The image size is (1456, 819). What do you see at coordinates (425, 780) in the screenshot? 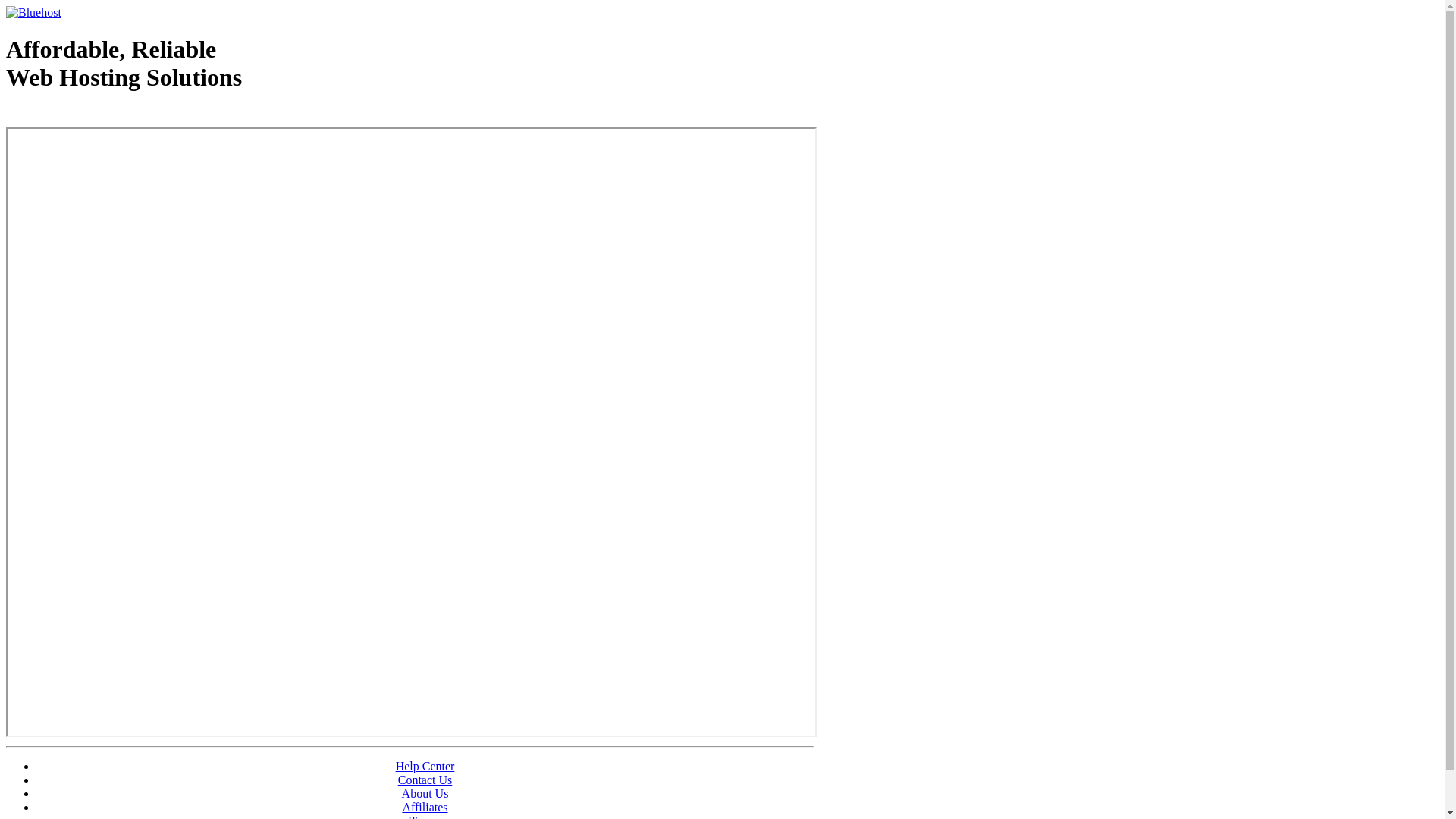
I see `'Contact Us'` at bounding box center [425, 780].